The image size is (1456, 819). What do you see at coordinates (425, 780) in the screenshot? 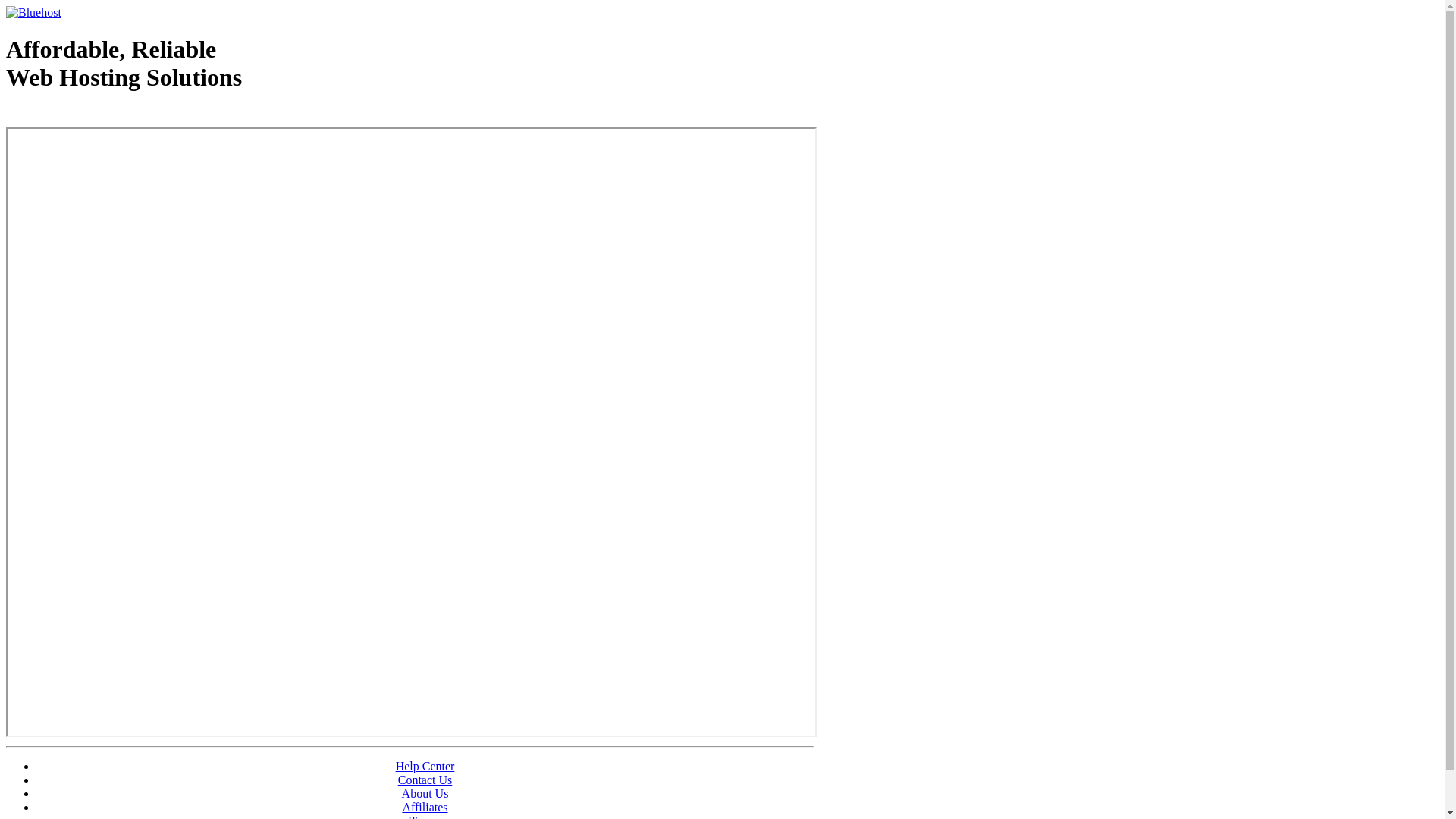
I see `'Contact Us'` at bounding box center [425, 780].